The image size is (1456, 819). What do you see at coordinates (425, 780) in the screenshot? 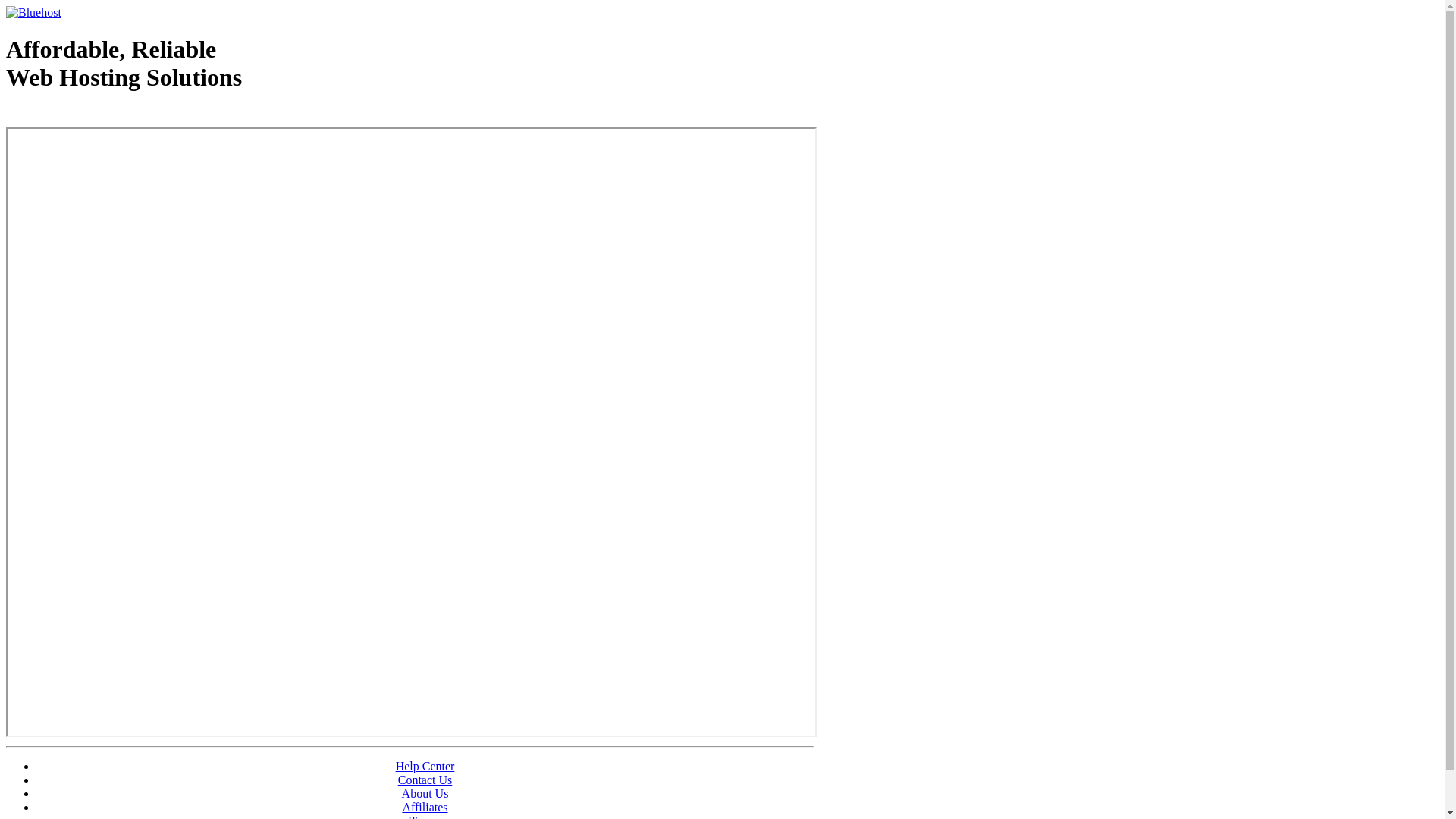
I see `'Contact Us'` at bounding box center [425, 780].